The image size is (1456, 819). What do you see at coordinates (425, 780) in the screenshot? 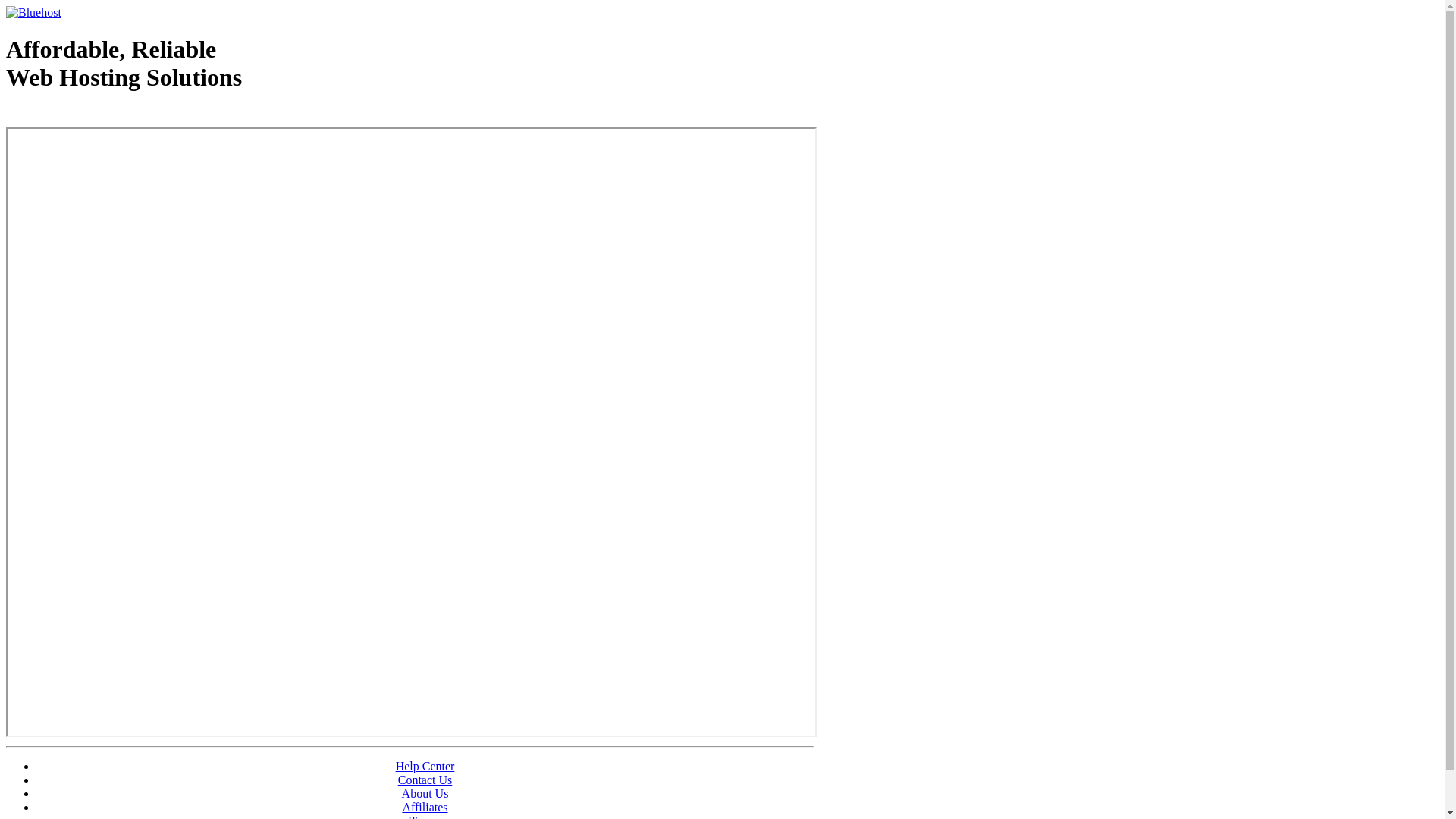
I see `'Contact Us'` at bounding box center [425, 780].